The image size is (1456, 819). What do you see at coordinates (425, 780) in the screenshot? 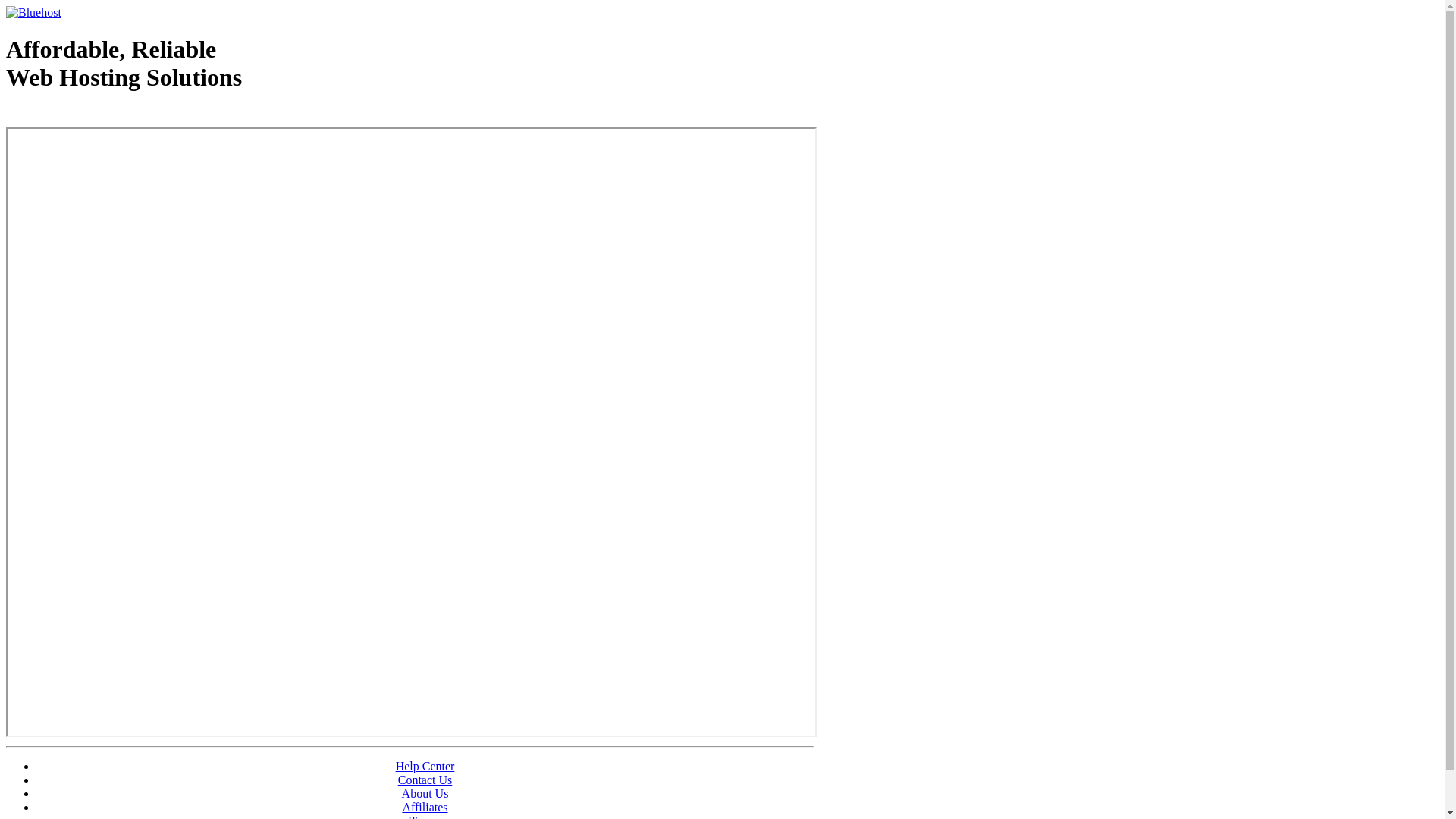
I see `'Contact Us'` at bounding box center [425, 780].